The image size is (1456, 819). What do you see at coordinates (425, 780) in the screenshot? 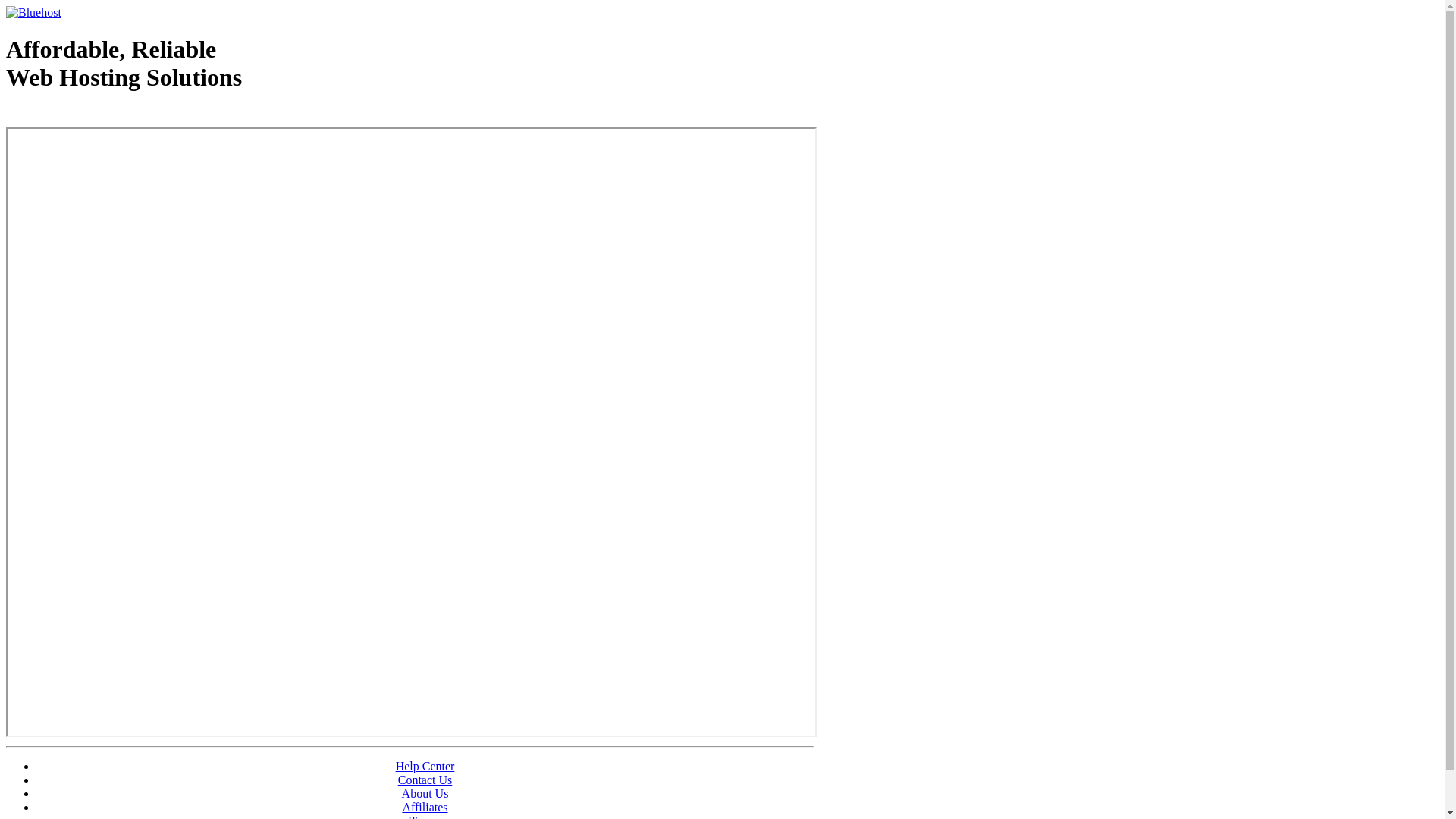
I see `'Contact Us'` at bounding box center [425, 780].